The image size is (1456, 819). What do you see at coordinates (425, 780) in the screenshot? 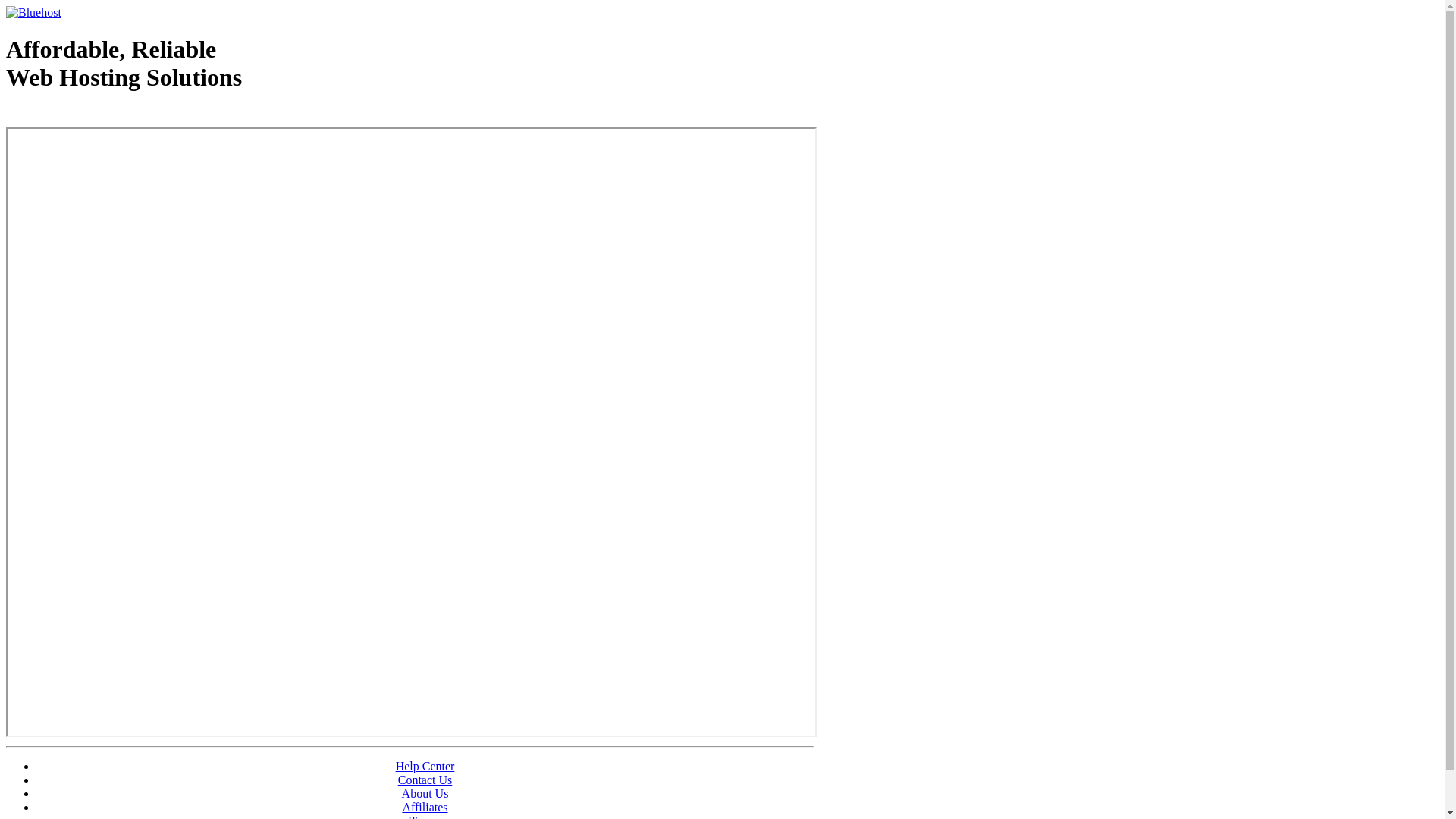
I see `'Contact Us'` at bounding box center [425, 780].